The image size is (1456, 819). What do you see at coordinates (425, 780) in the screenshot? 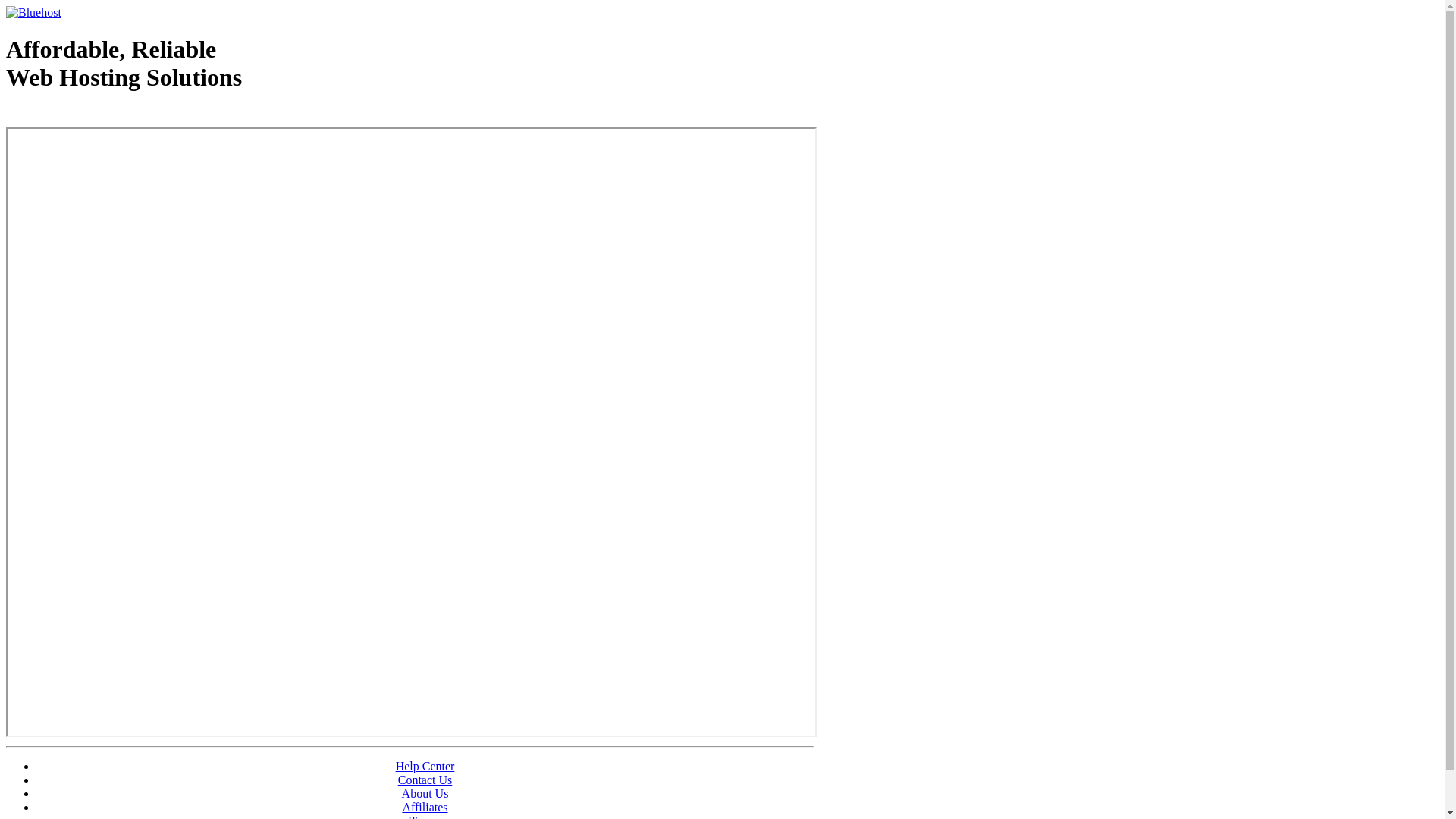
I see `'Contact Us'` at bounding box center [425, 780].